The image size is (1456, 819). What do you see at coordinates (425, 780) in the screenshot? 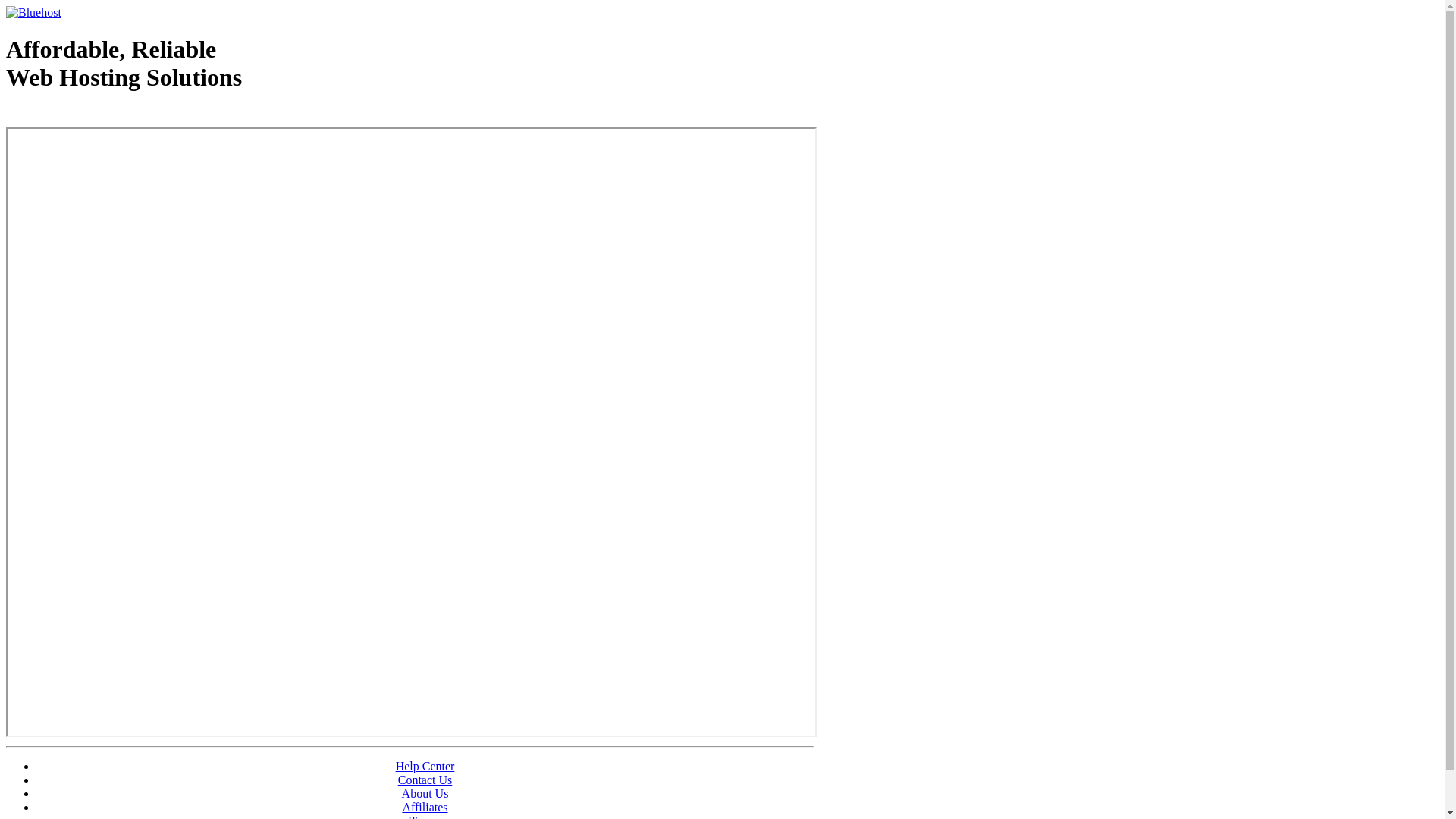
I see `'Contact Us'` at bounding box center [425, 780].